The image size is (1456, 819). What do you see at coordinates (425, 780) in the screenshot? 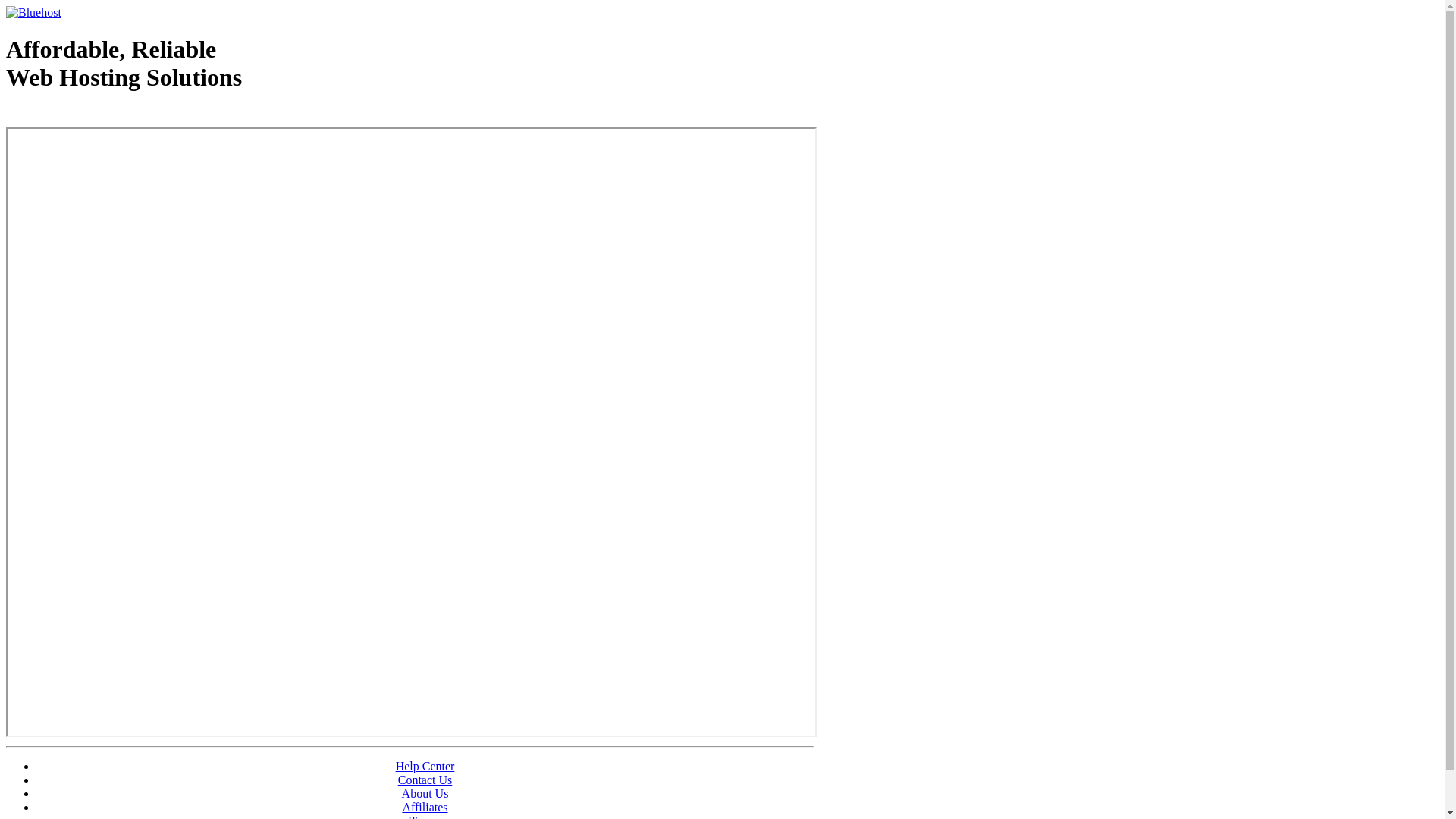
I see `'Contact Us'` at bounding box center [425, 780].